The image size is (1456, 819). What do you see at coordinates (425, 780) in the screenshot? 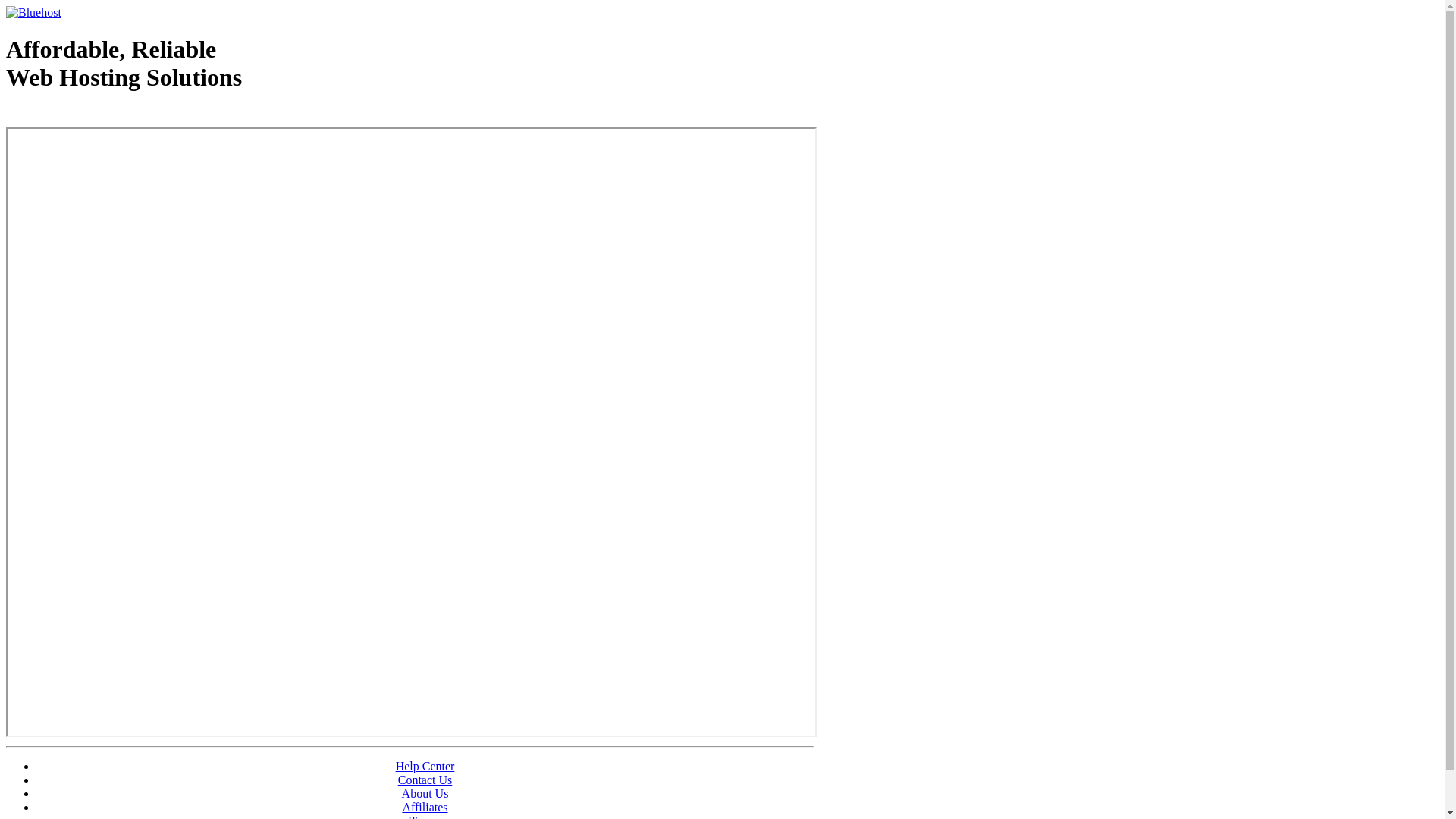
I see `'Contact Us'` at bounding box center [425, 780].